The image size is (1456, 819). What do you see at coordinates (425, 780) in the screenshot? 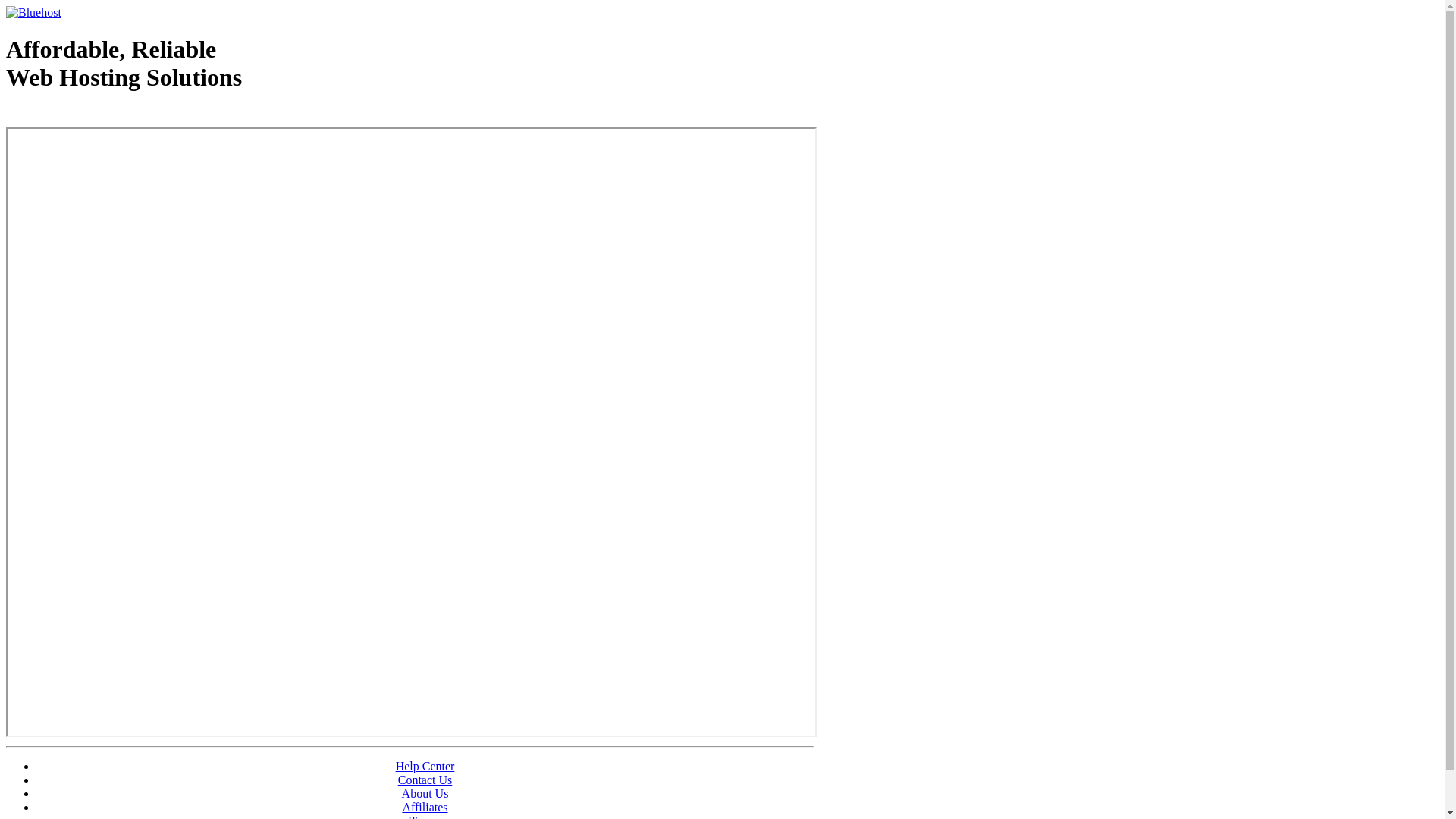
I see `'Contact Us'` at bounding box center [425, 780].